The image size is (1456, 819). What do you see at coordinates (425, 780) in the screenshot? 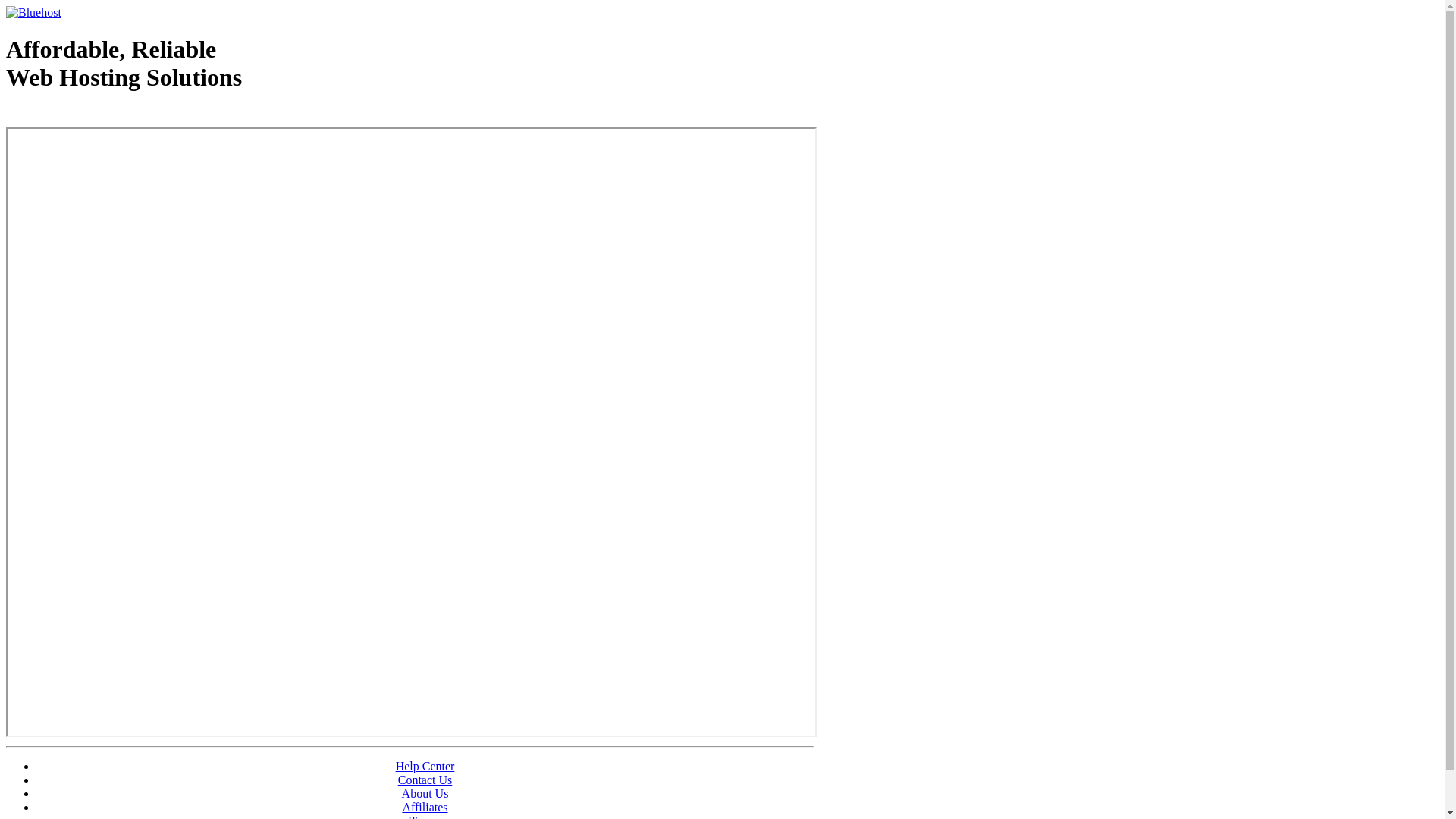
I see `'Contact Us'` at bounding box center [425, 780].